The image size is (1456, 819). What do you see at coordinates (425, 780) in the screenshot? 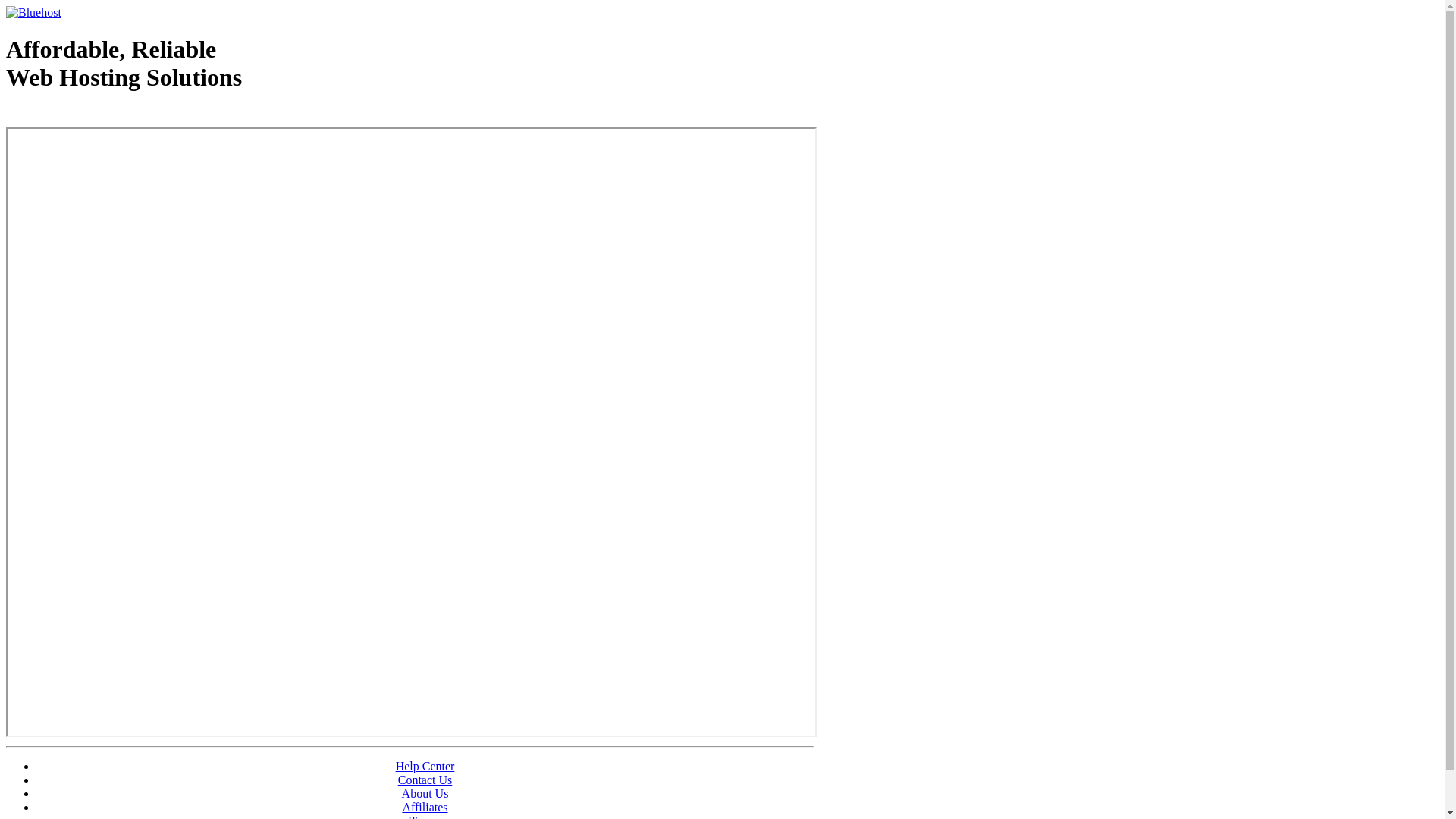
I see `'Contact Us'` at bounding box center [425, 780].